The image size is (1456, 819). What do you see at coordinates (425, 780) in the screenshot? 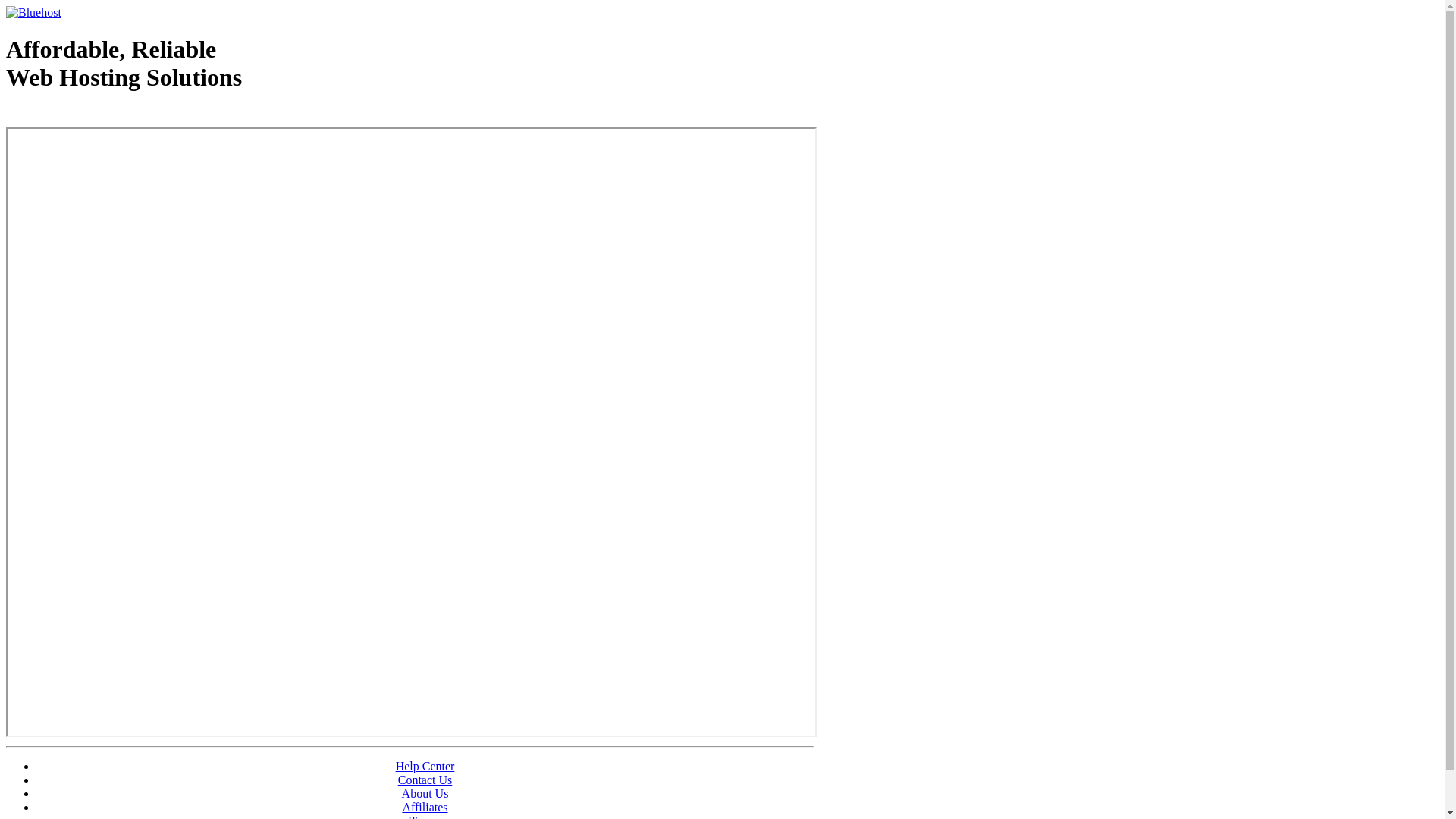
I see `'Contact Us'` at bounding box center [425, 780].